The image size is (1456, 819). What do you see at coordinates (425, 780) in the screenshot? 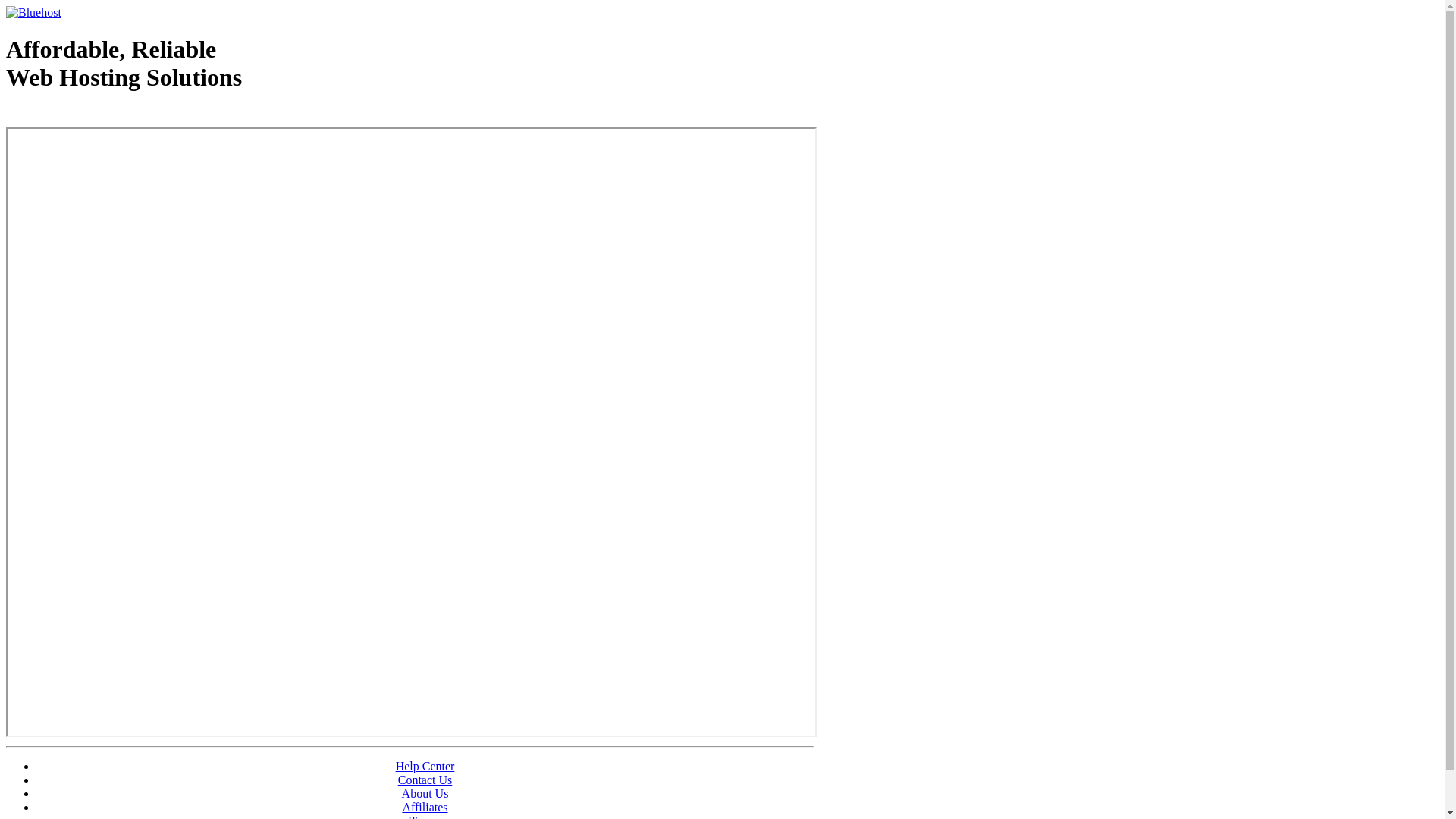
I see `'Contact Us'` at bounding box center [425, 780].